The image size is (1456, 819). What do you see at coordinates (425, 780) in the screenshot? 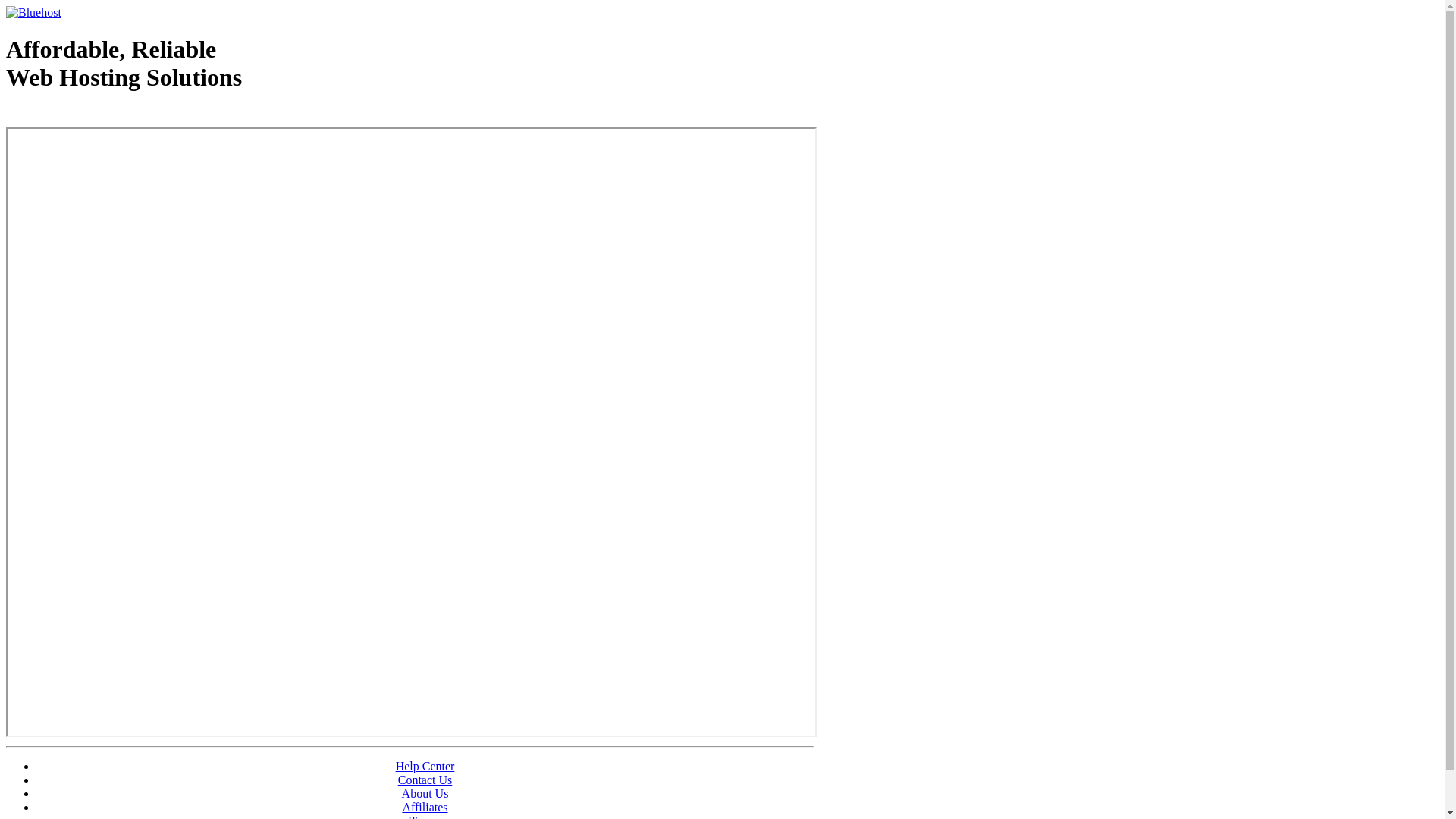
I see `'Contact Us'` at bounding box center [425, 780].